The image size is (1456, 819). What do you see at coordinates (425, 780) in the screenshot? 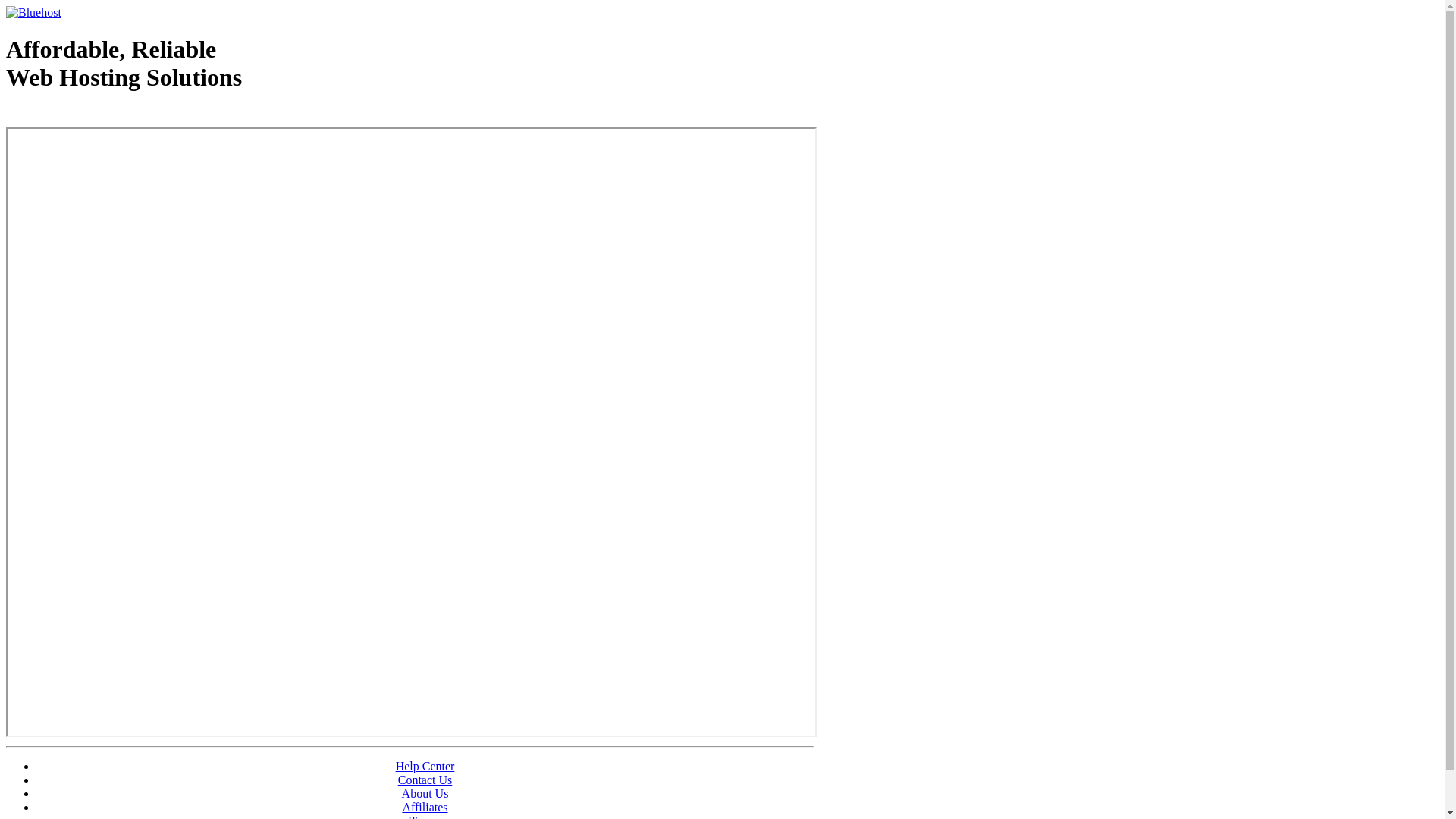
I see `'Contact Us'` at bounding box center [425, 780].